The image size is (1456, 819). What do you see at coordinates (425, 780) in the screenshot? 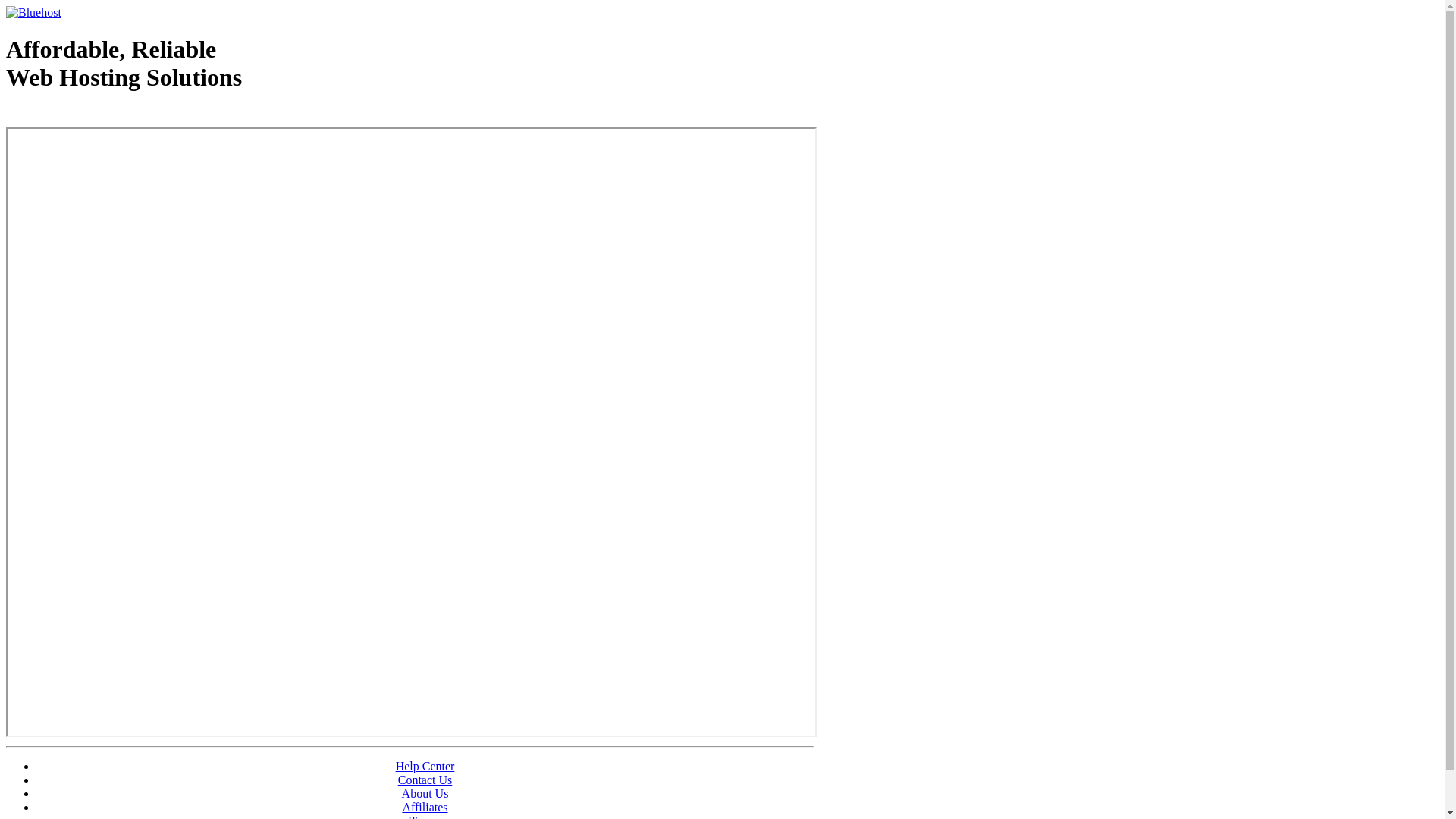
I see `'Contact Us'` at bounding box center [425, 780].